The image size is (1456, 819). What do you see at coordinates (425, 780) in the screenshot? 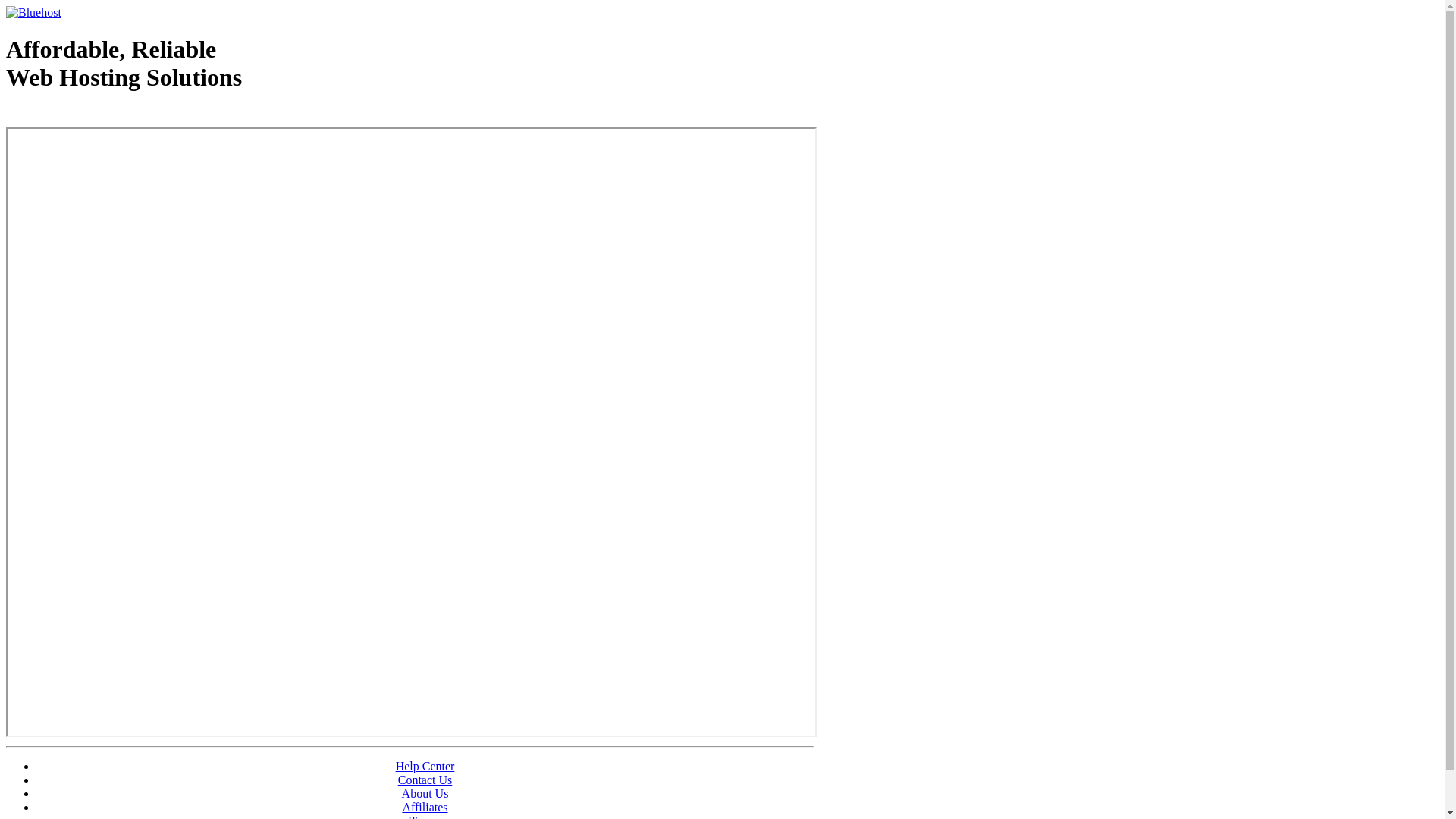
I see `'Contact Us'` at bounding box center [425, 780].